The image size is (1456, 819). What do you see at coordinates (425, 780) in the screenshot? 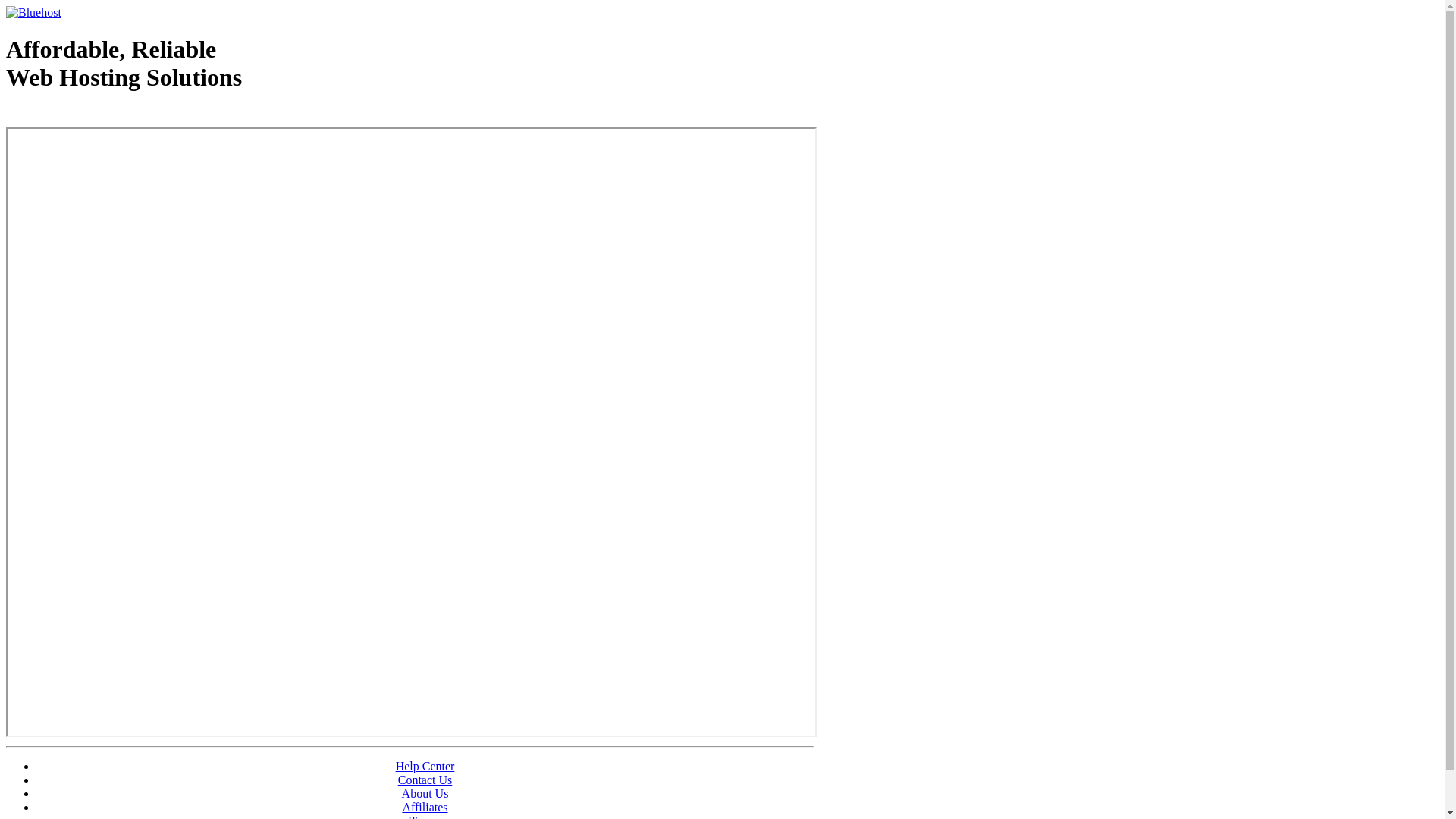
I see `'Contact Us'` at bounding box center [425, 780].